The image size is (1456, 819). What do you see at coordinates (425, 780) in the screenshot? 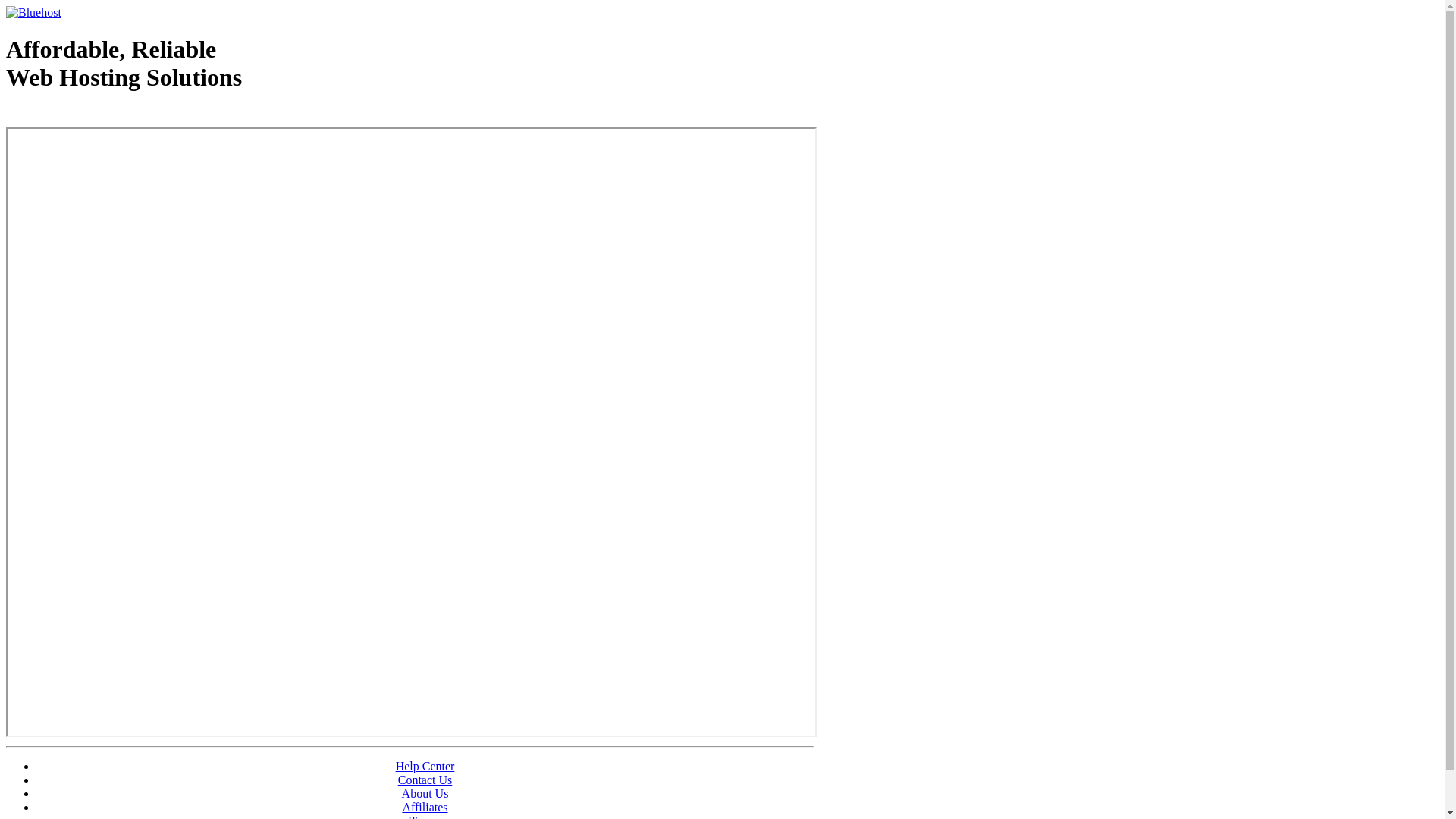
I see `'Contact Us'` at bounding box center [425, 780].